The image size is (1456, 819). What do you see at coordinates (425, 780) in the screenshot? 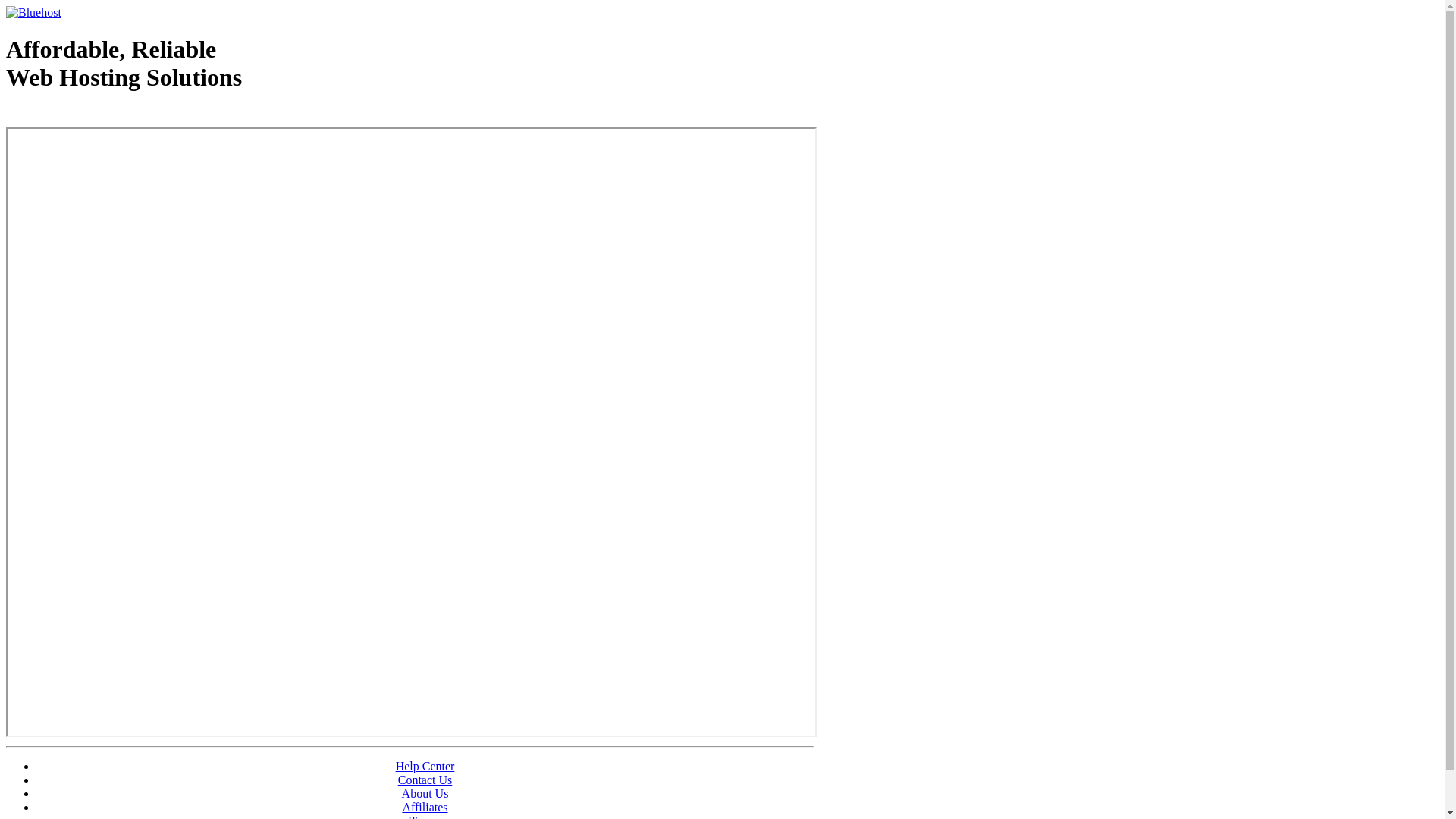
I see `'Contact Us'` at bounding box center [425, 780].